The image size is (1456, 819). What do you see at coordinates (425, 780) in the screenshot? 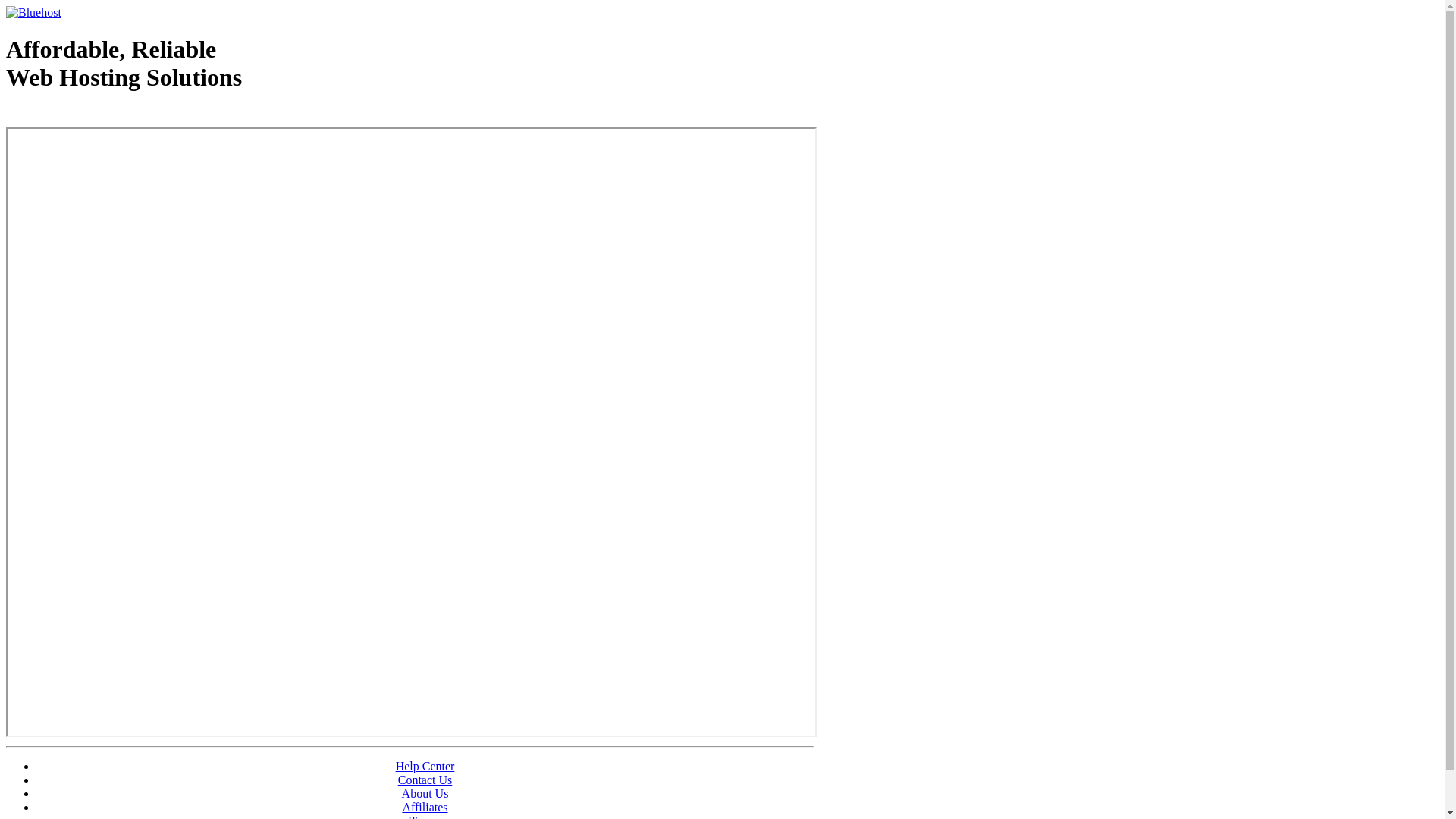
I see `'Contact Us'` at bounding box center [425, 780].